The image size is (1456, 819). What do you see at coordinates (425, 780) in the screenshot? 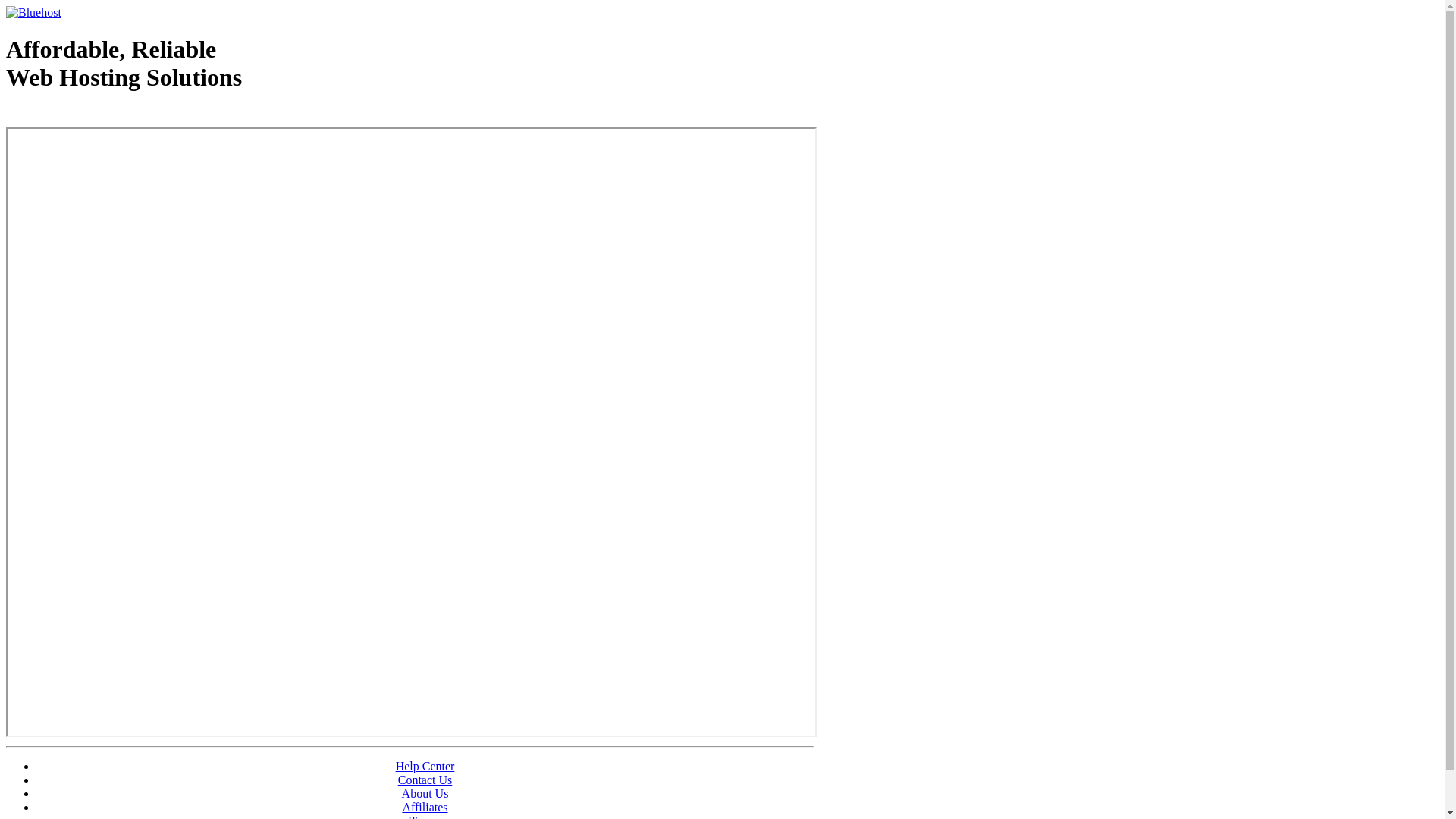
I see `'Contact Us'` at bounding box center [425, 780].